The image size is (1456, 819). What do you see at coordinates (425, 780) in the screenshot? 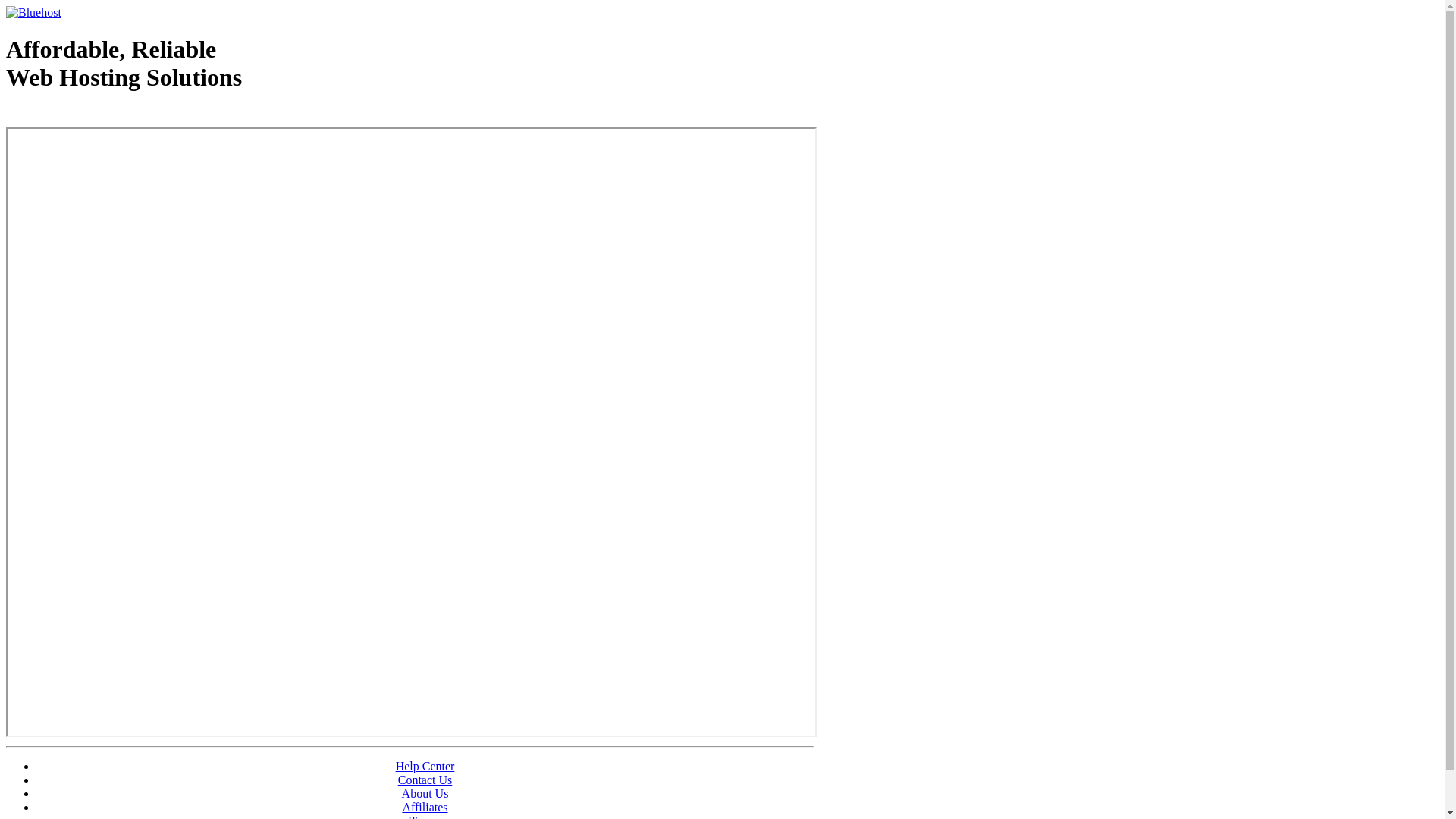
I see `'Contact Us'` at bounding box center [425, 780].